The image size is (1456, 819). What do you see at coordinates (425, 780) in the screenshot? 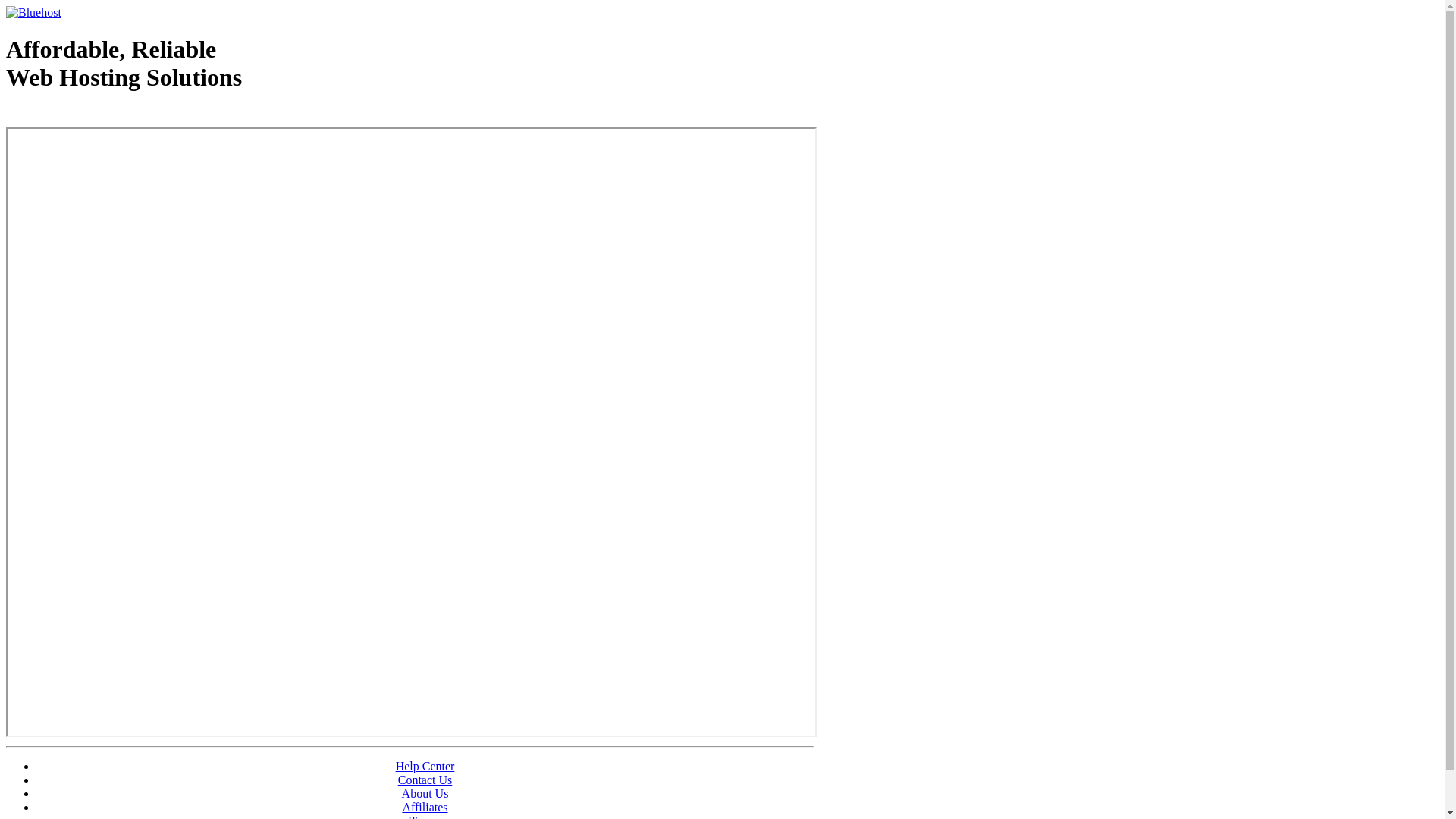
I see `'Contact Us'` at bounding box center [425, 780].